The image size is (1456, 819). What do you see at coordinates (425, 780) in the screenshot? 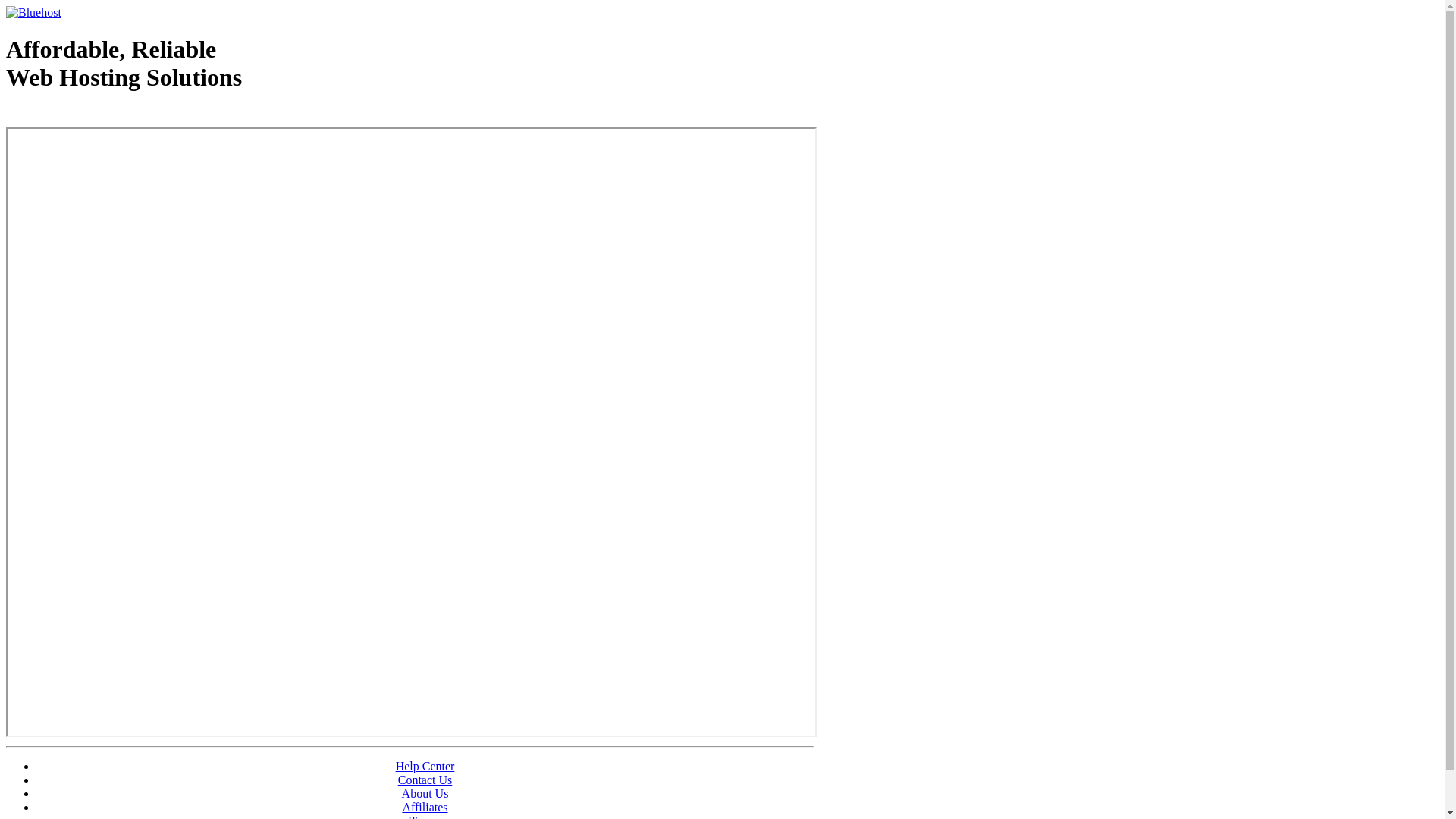
I see `'Contact Us'` at bounding box center [425, 780].